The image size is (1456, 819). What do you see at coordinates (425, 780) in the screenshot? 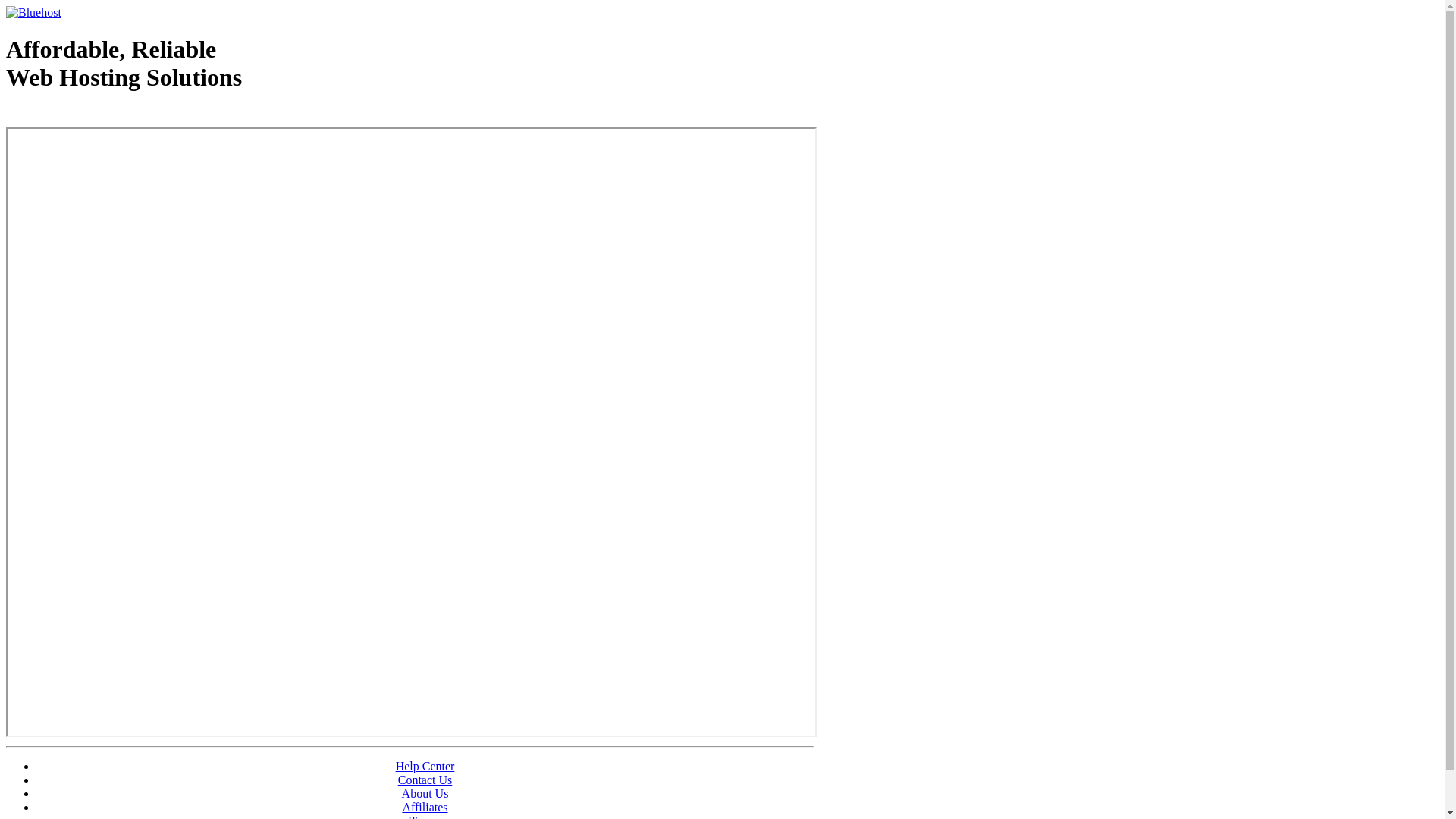
I see `'Contact Us'` at bounding box center [425, 780].